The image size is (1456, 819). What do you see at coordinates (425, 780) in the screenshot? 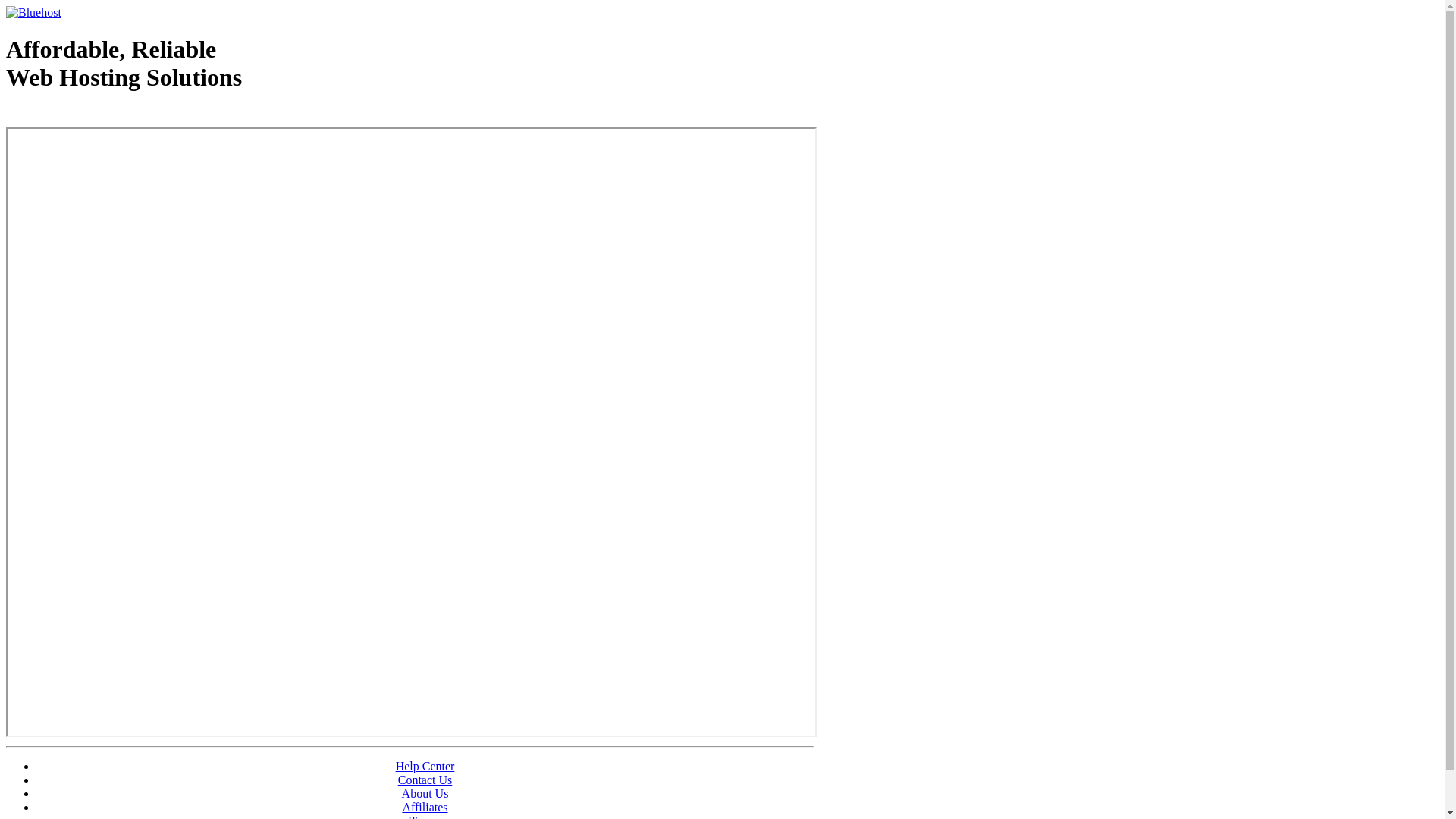
I see `'Contact Us'` at bounding box center [425, 780].